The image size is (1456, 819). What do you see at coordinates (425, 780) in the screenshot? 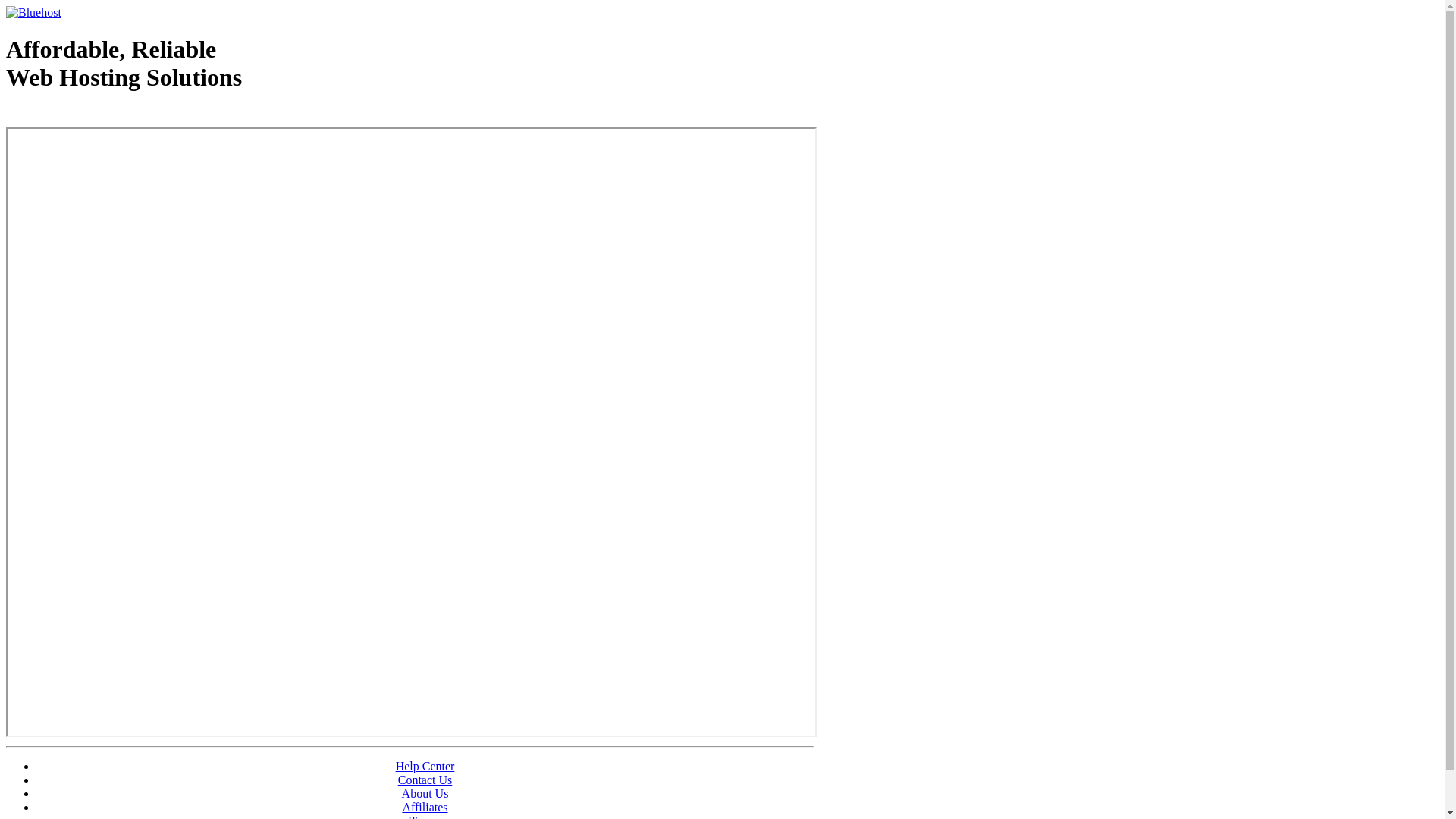
I see `'Contact Us'` at bounding box center [425, 780].